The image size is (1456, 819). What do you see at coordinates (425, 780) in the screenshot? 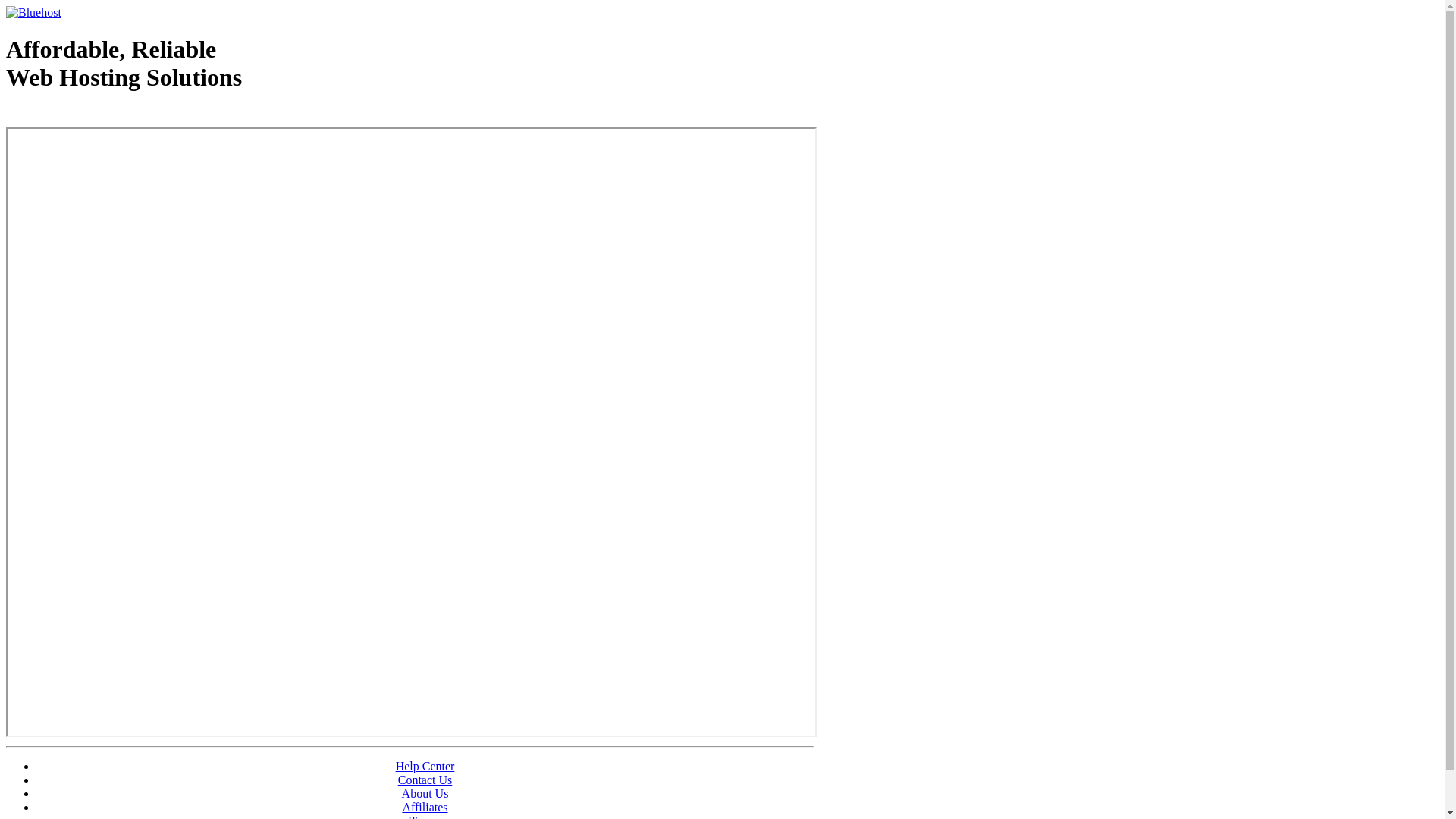
I see `'Contact Us'` at bounding box center [425, 780].